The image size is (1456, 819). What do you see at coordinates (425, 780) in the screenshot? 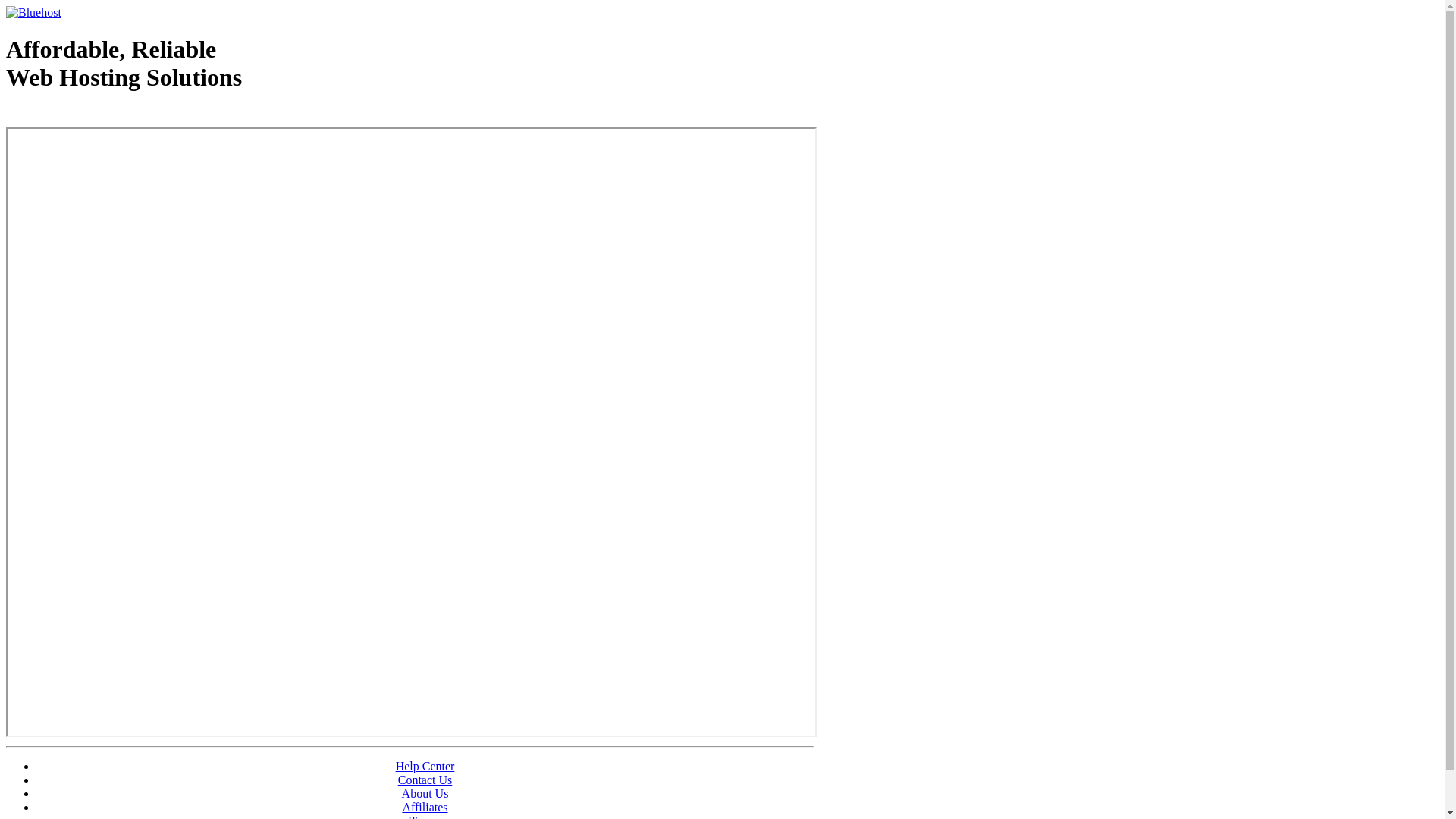
I see `'Contact Us'` at bounding box center [425, 780].